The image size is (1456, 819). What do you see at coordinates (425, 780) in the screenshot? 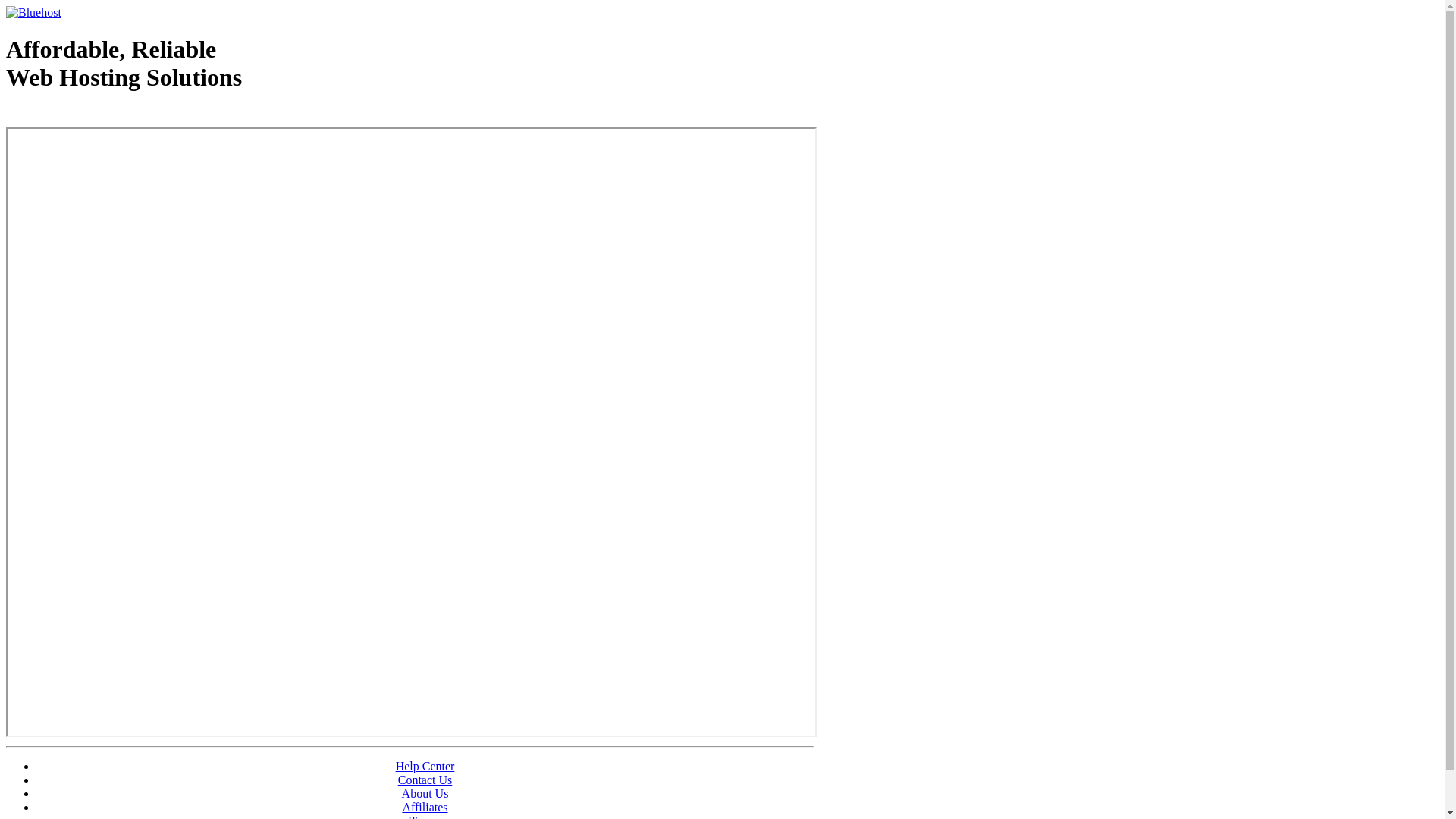
I see `'Contact Us'` at bounding box center [425, 780].